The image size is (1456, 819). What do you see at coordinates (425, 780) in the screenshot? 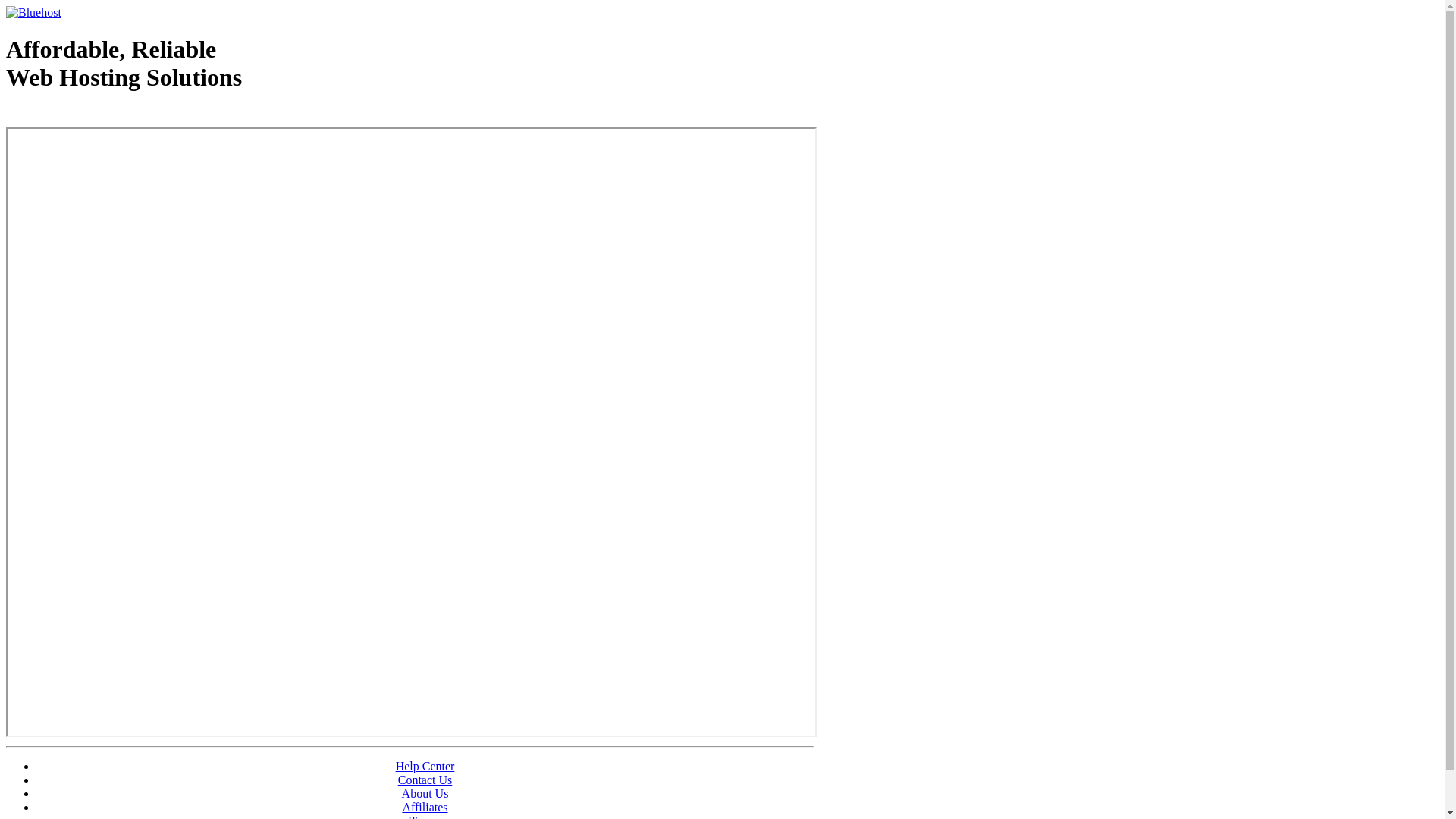
I see `'Contact Us'` at bounding box center [425, 780].